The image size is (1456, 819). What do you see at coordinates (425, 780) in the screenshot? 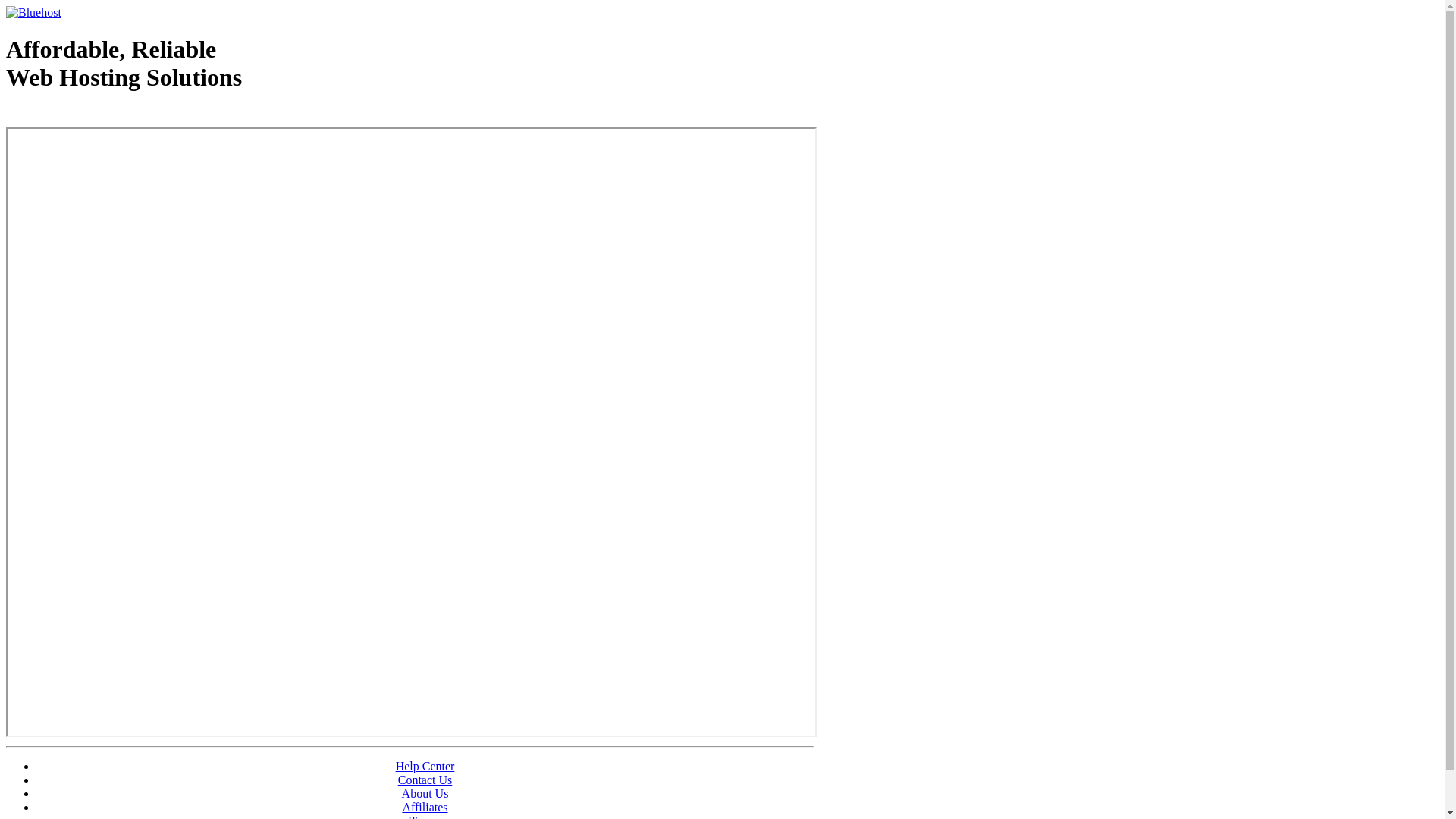
I see `'Contact Us'` at bounding box center [425, 780].